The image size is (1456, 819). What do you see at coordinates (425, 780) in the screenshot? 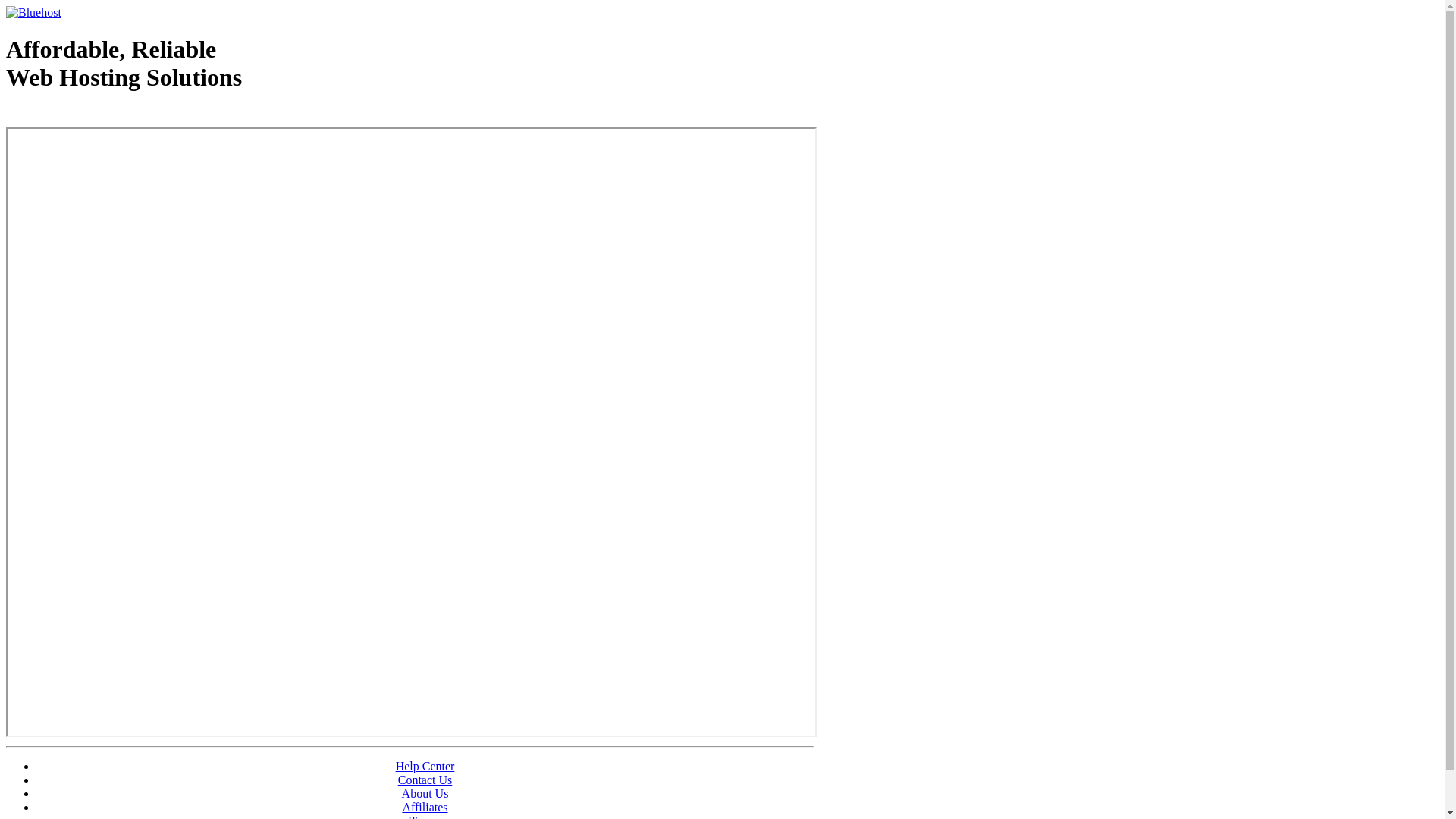
I see `'Contact Us'` at bounding box center [425, 780].